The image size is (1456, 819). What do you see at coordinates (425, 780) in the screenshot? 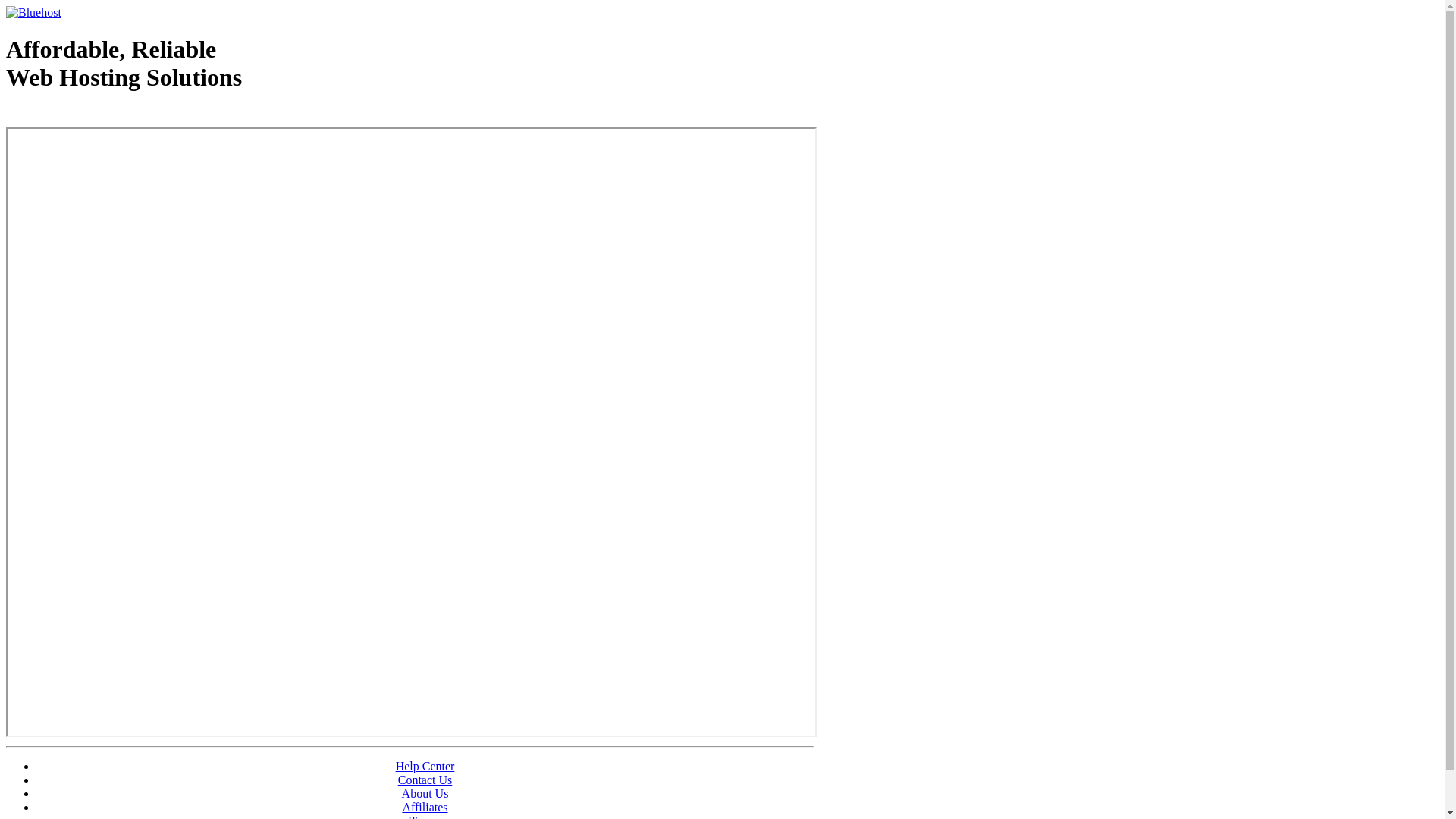
I see `'Contact Us'` at bounding box center [425, 780].